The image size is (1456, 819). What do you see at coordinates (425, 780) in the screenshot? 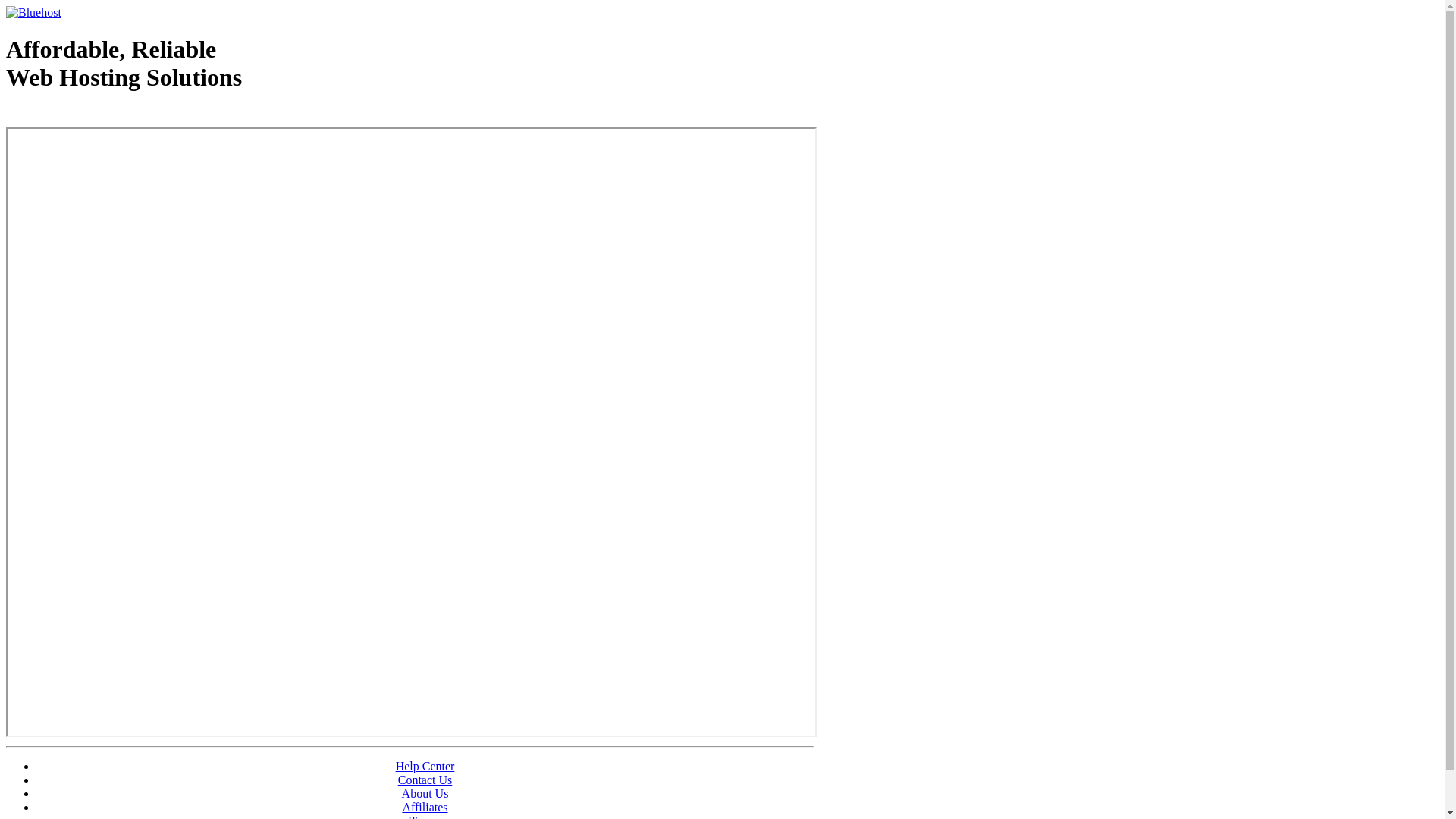
I see `'Contact Us'` at bounding box center [425, 780].